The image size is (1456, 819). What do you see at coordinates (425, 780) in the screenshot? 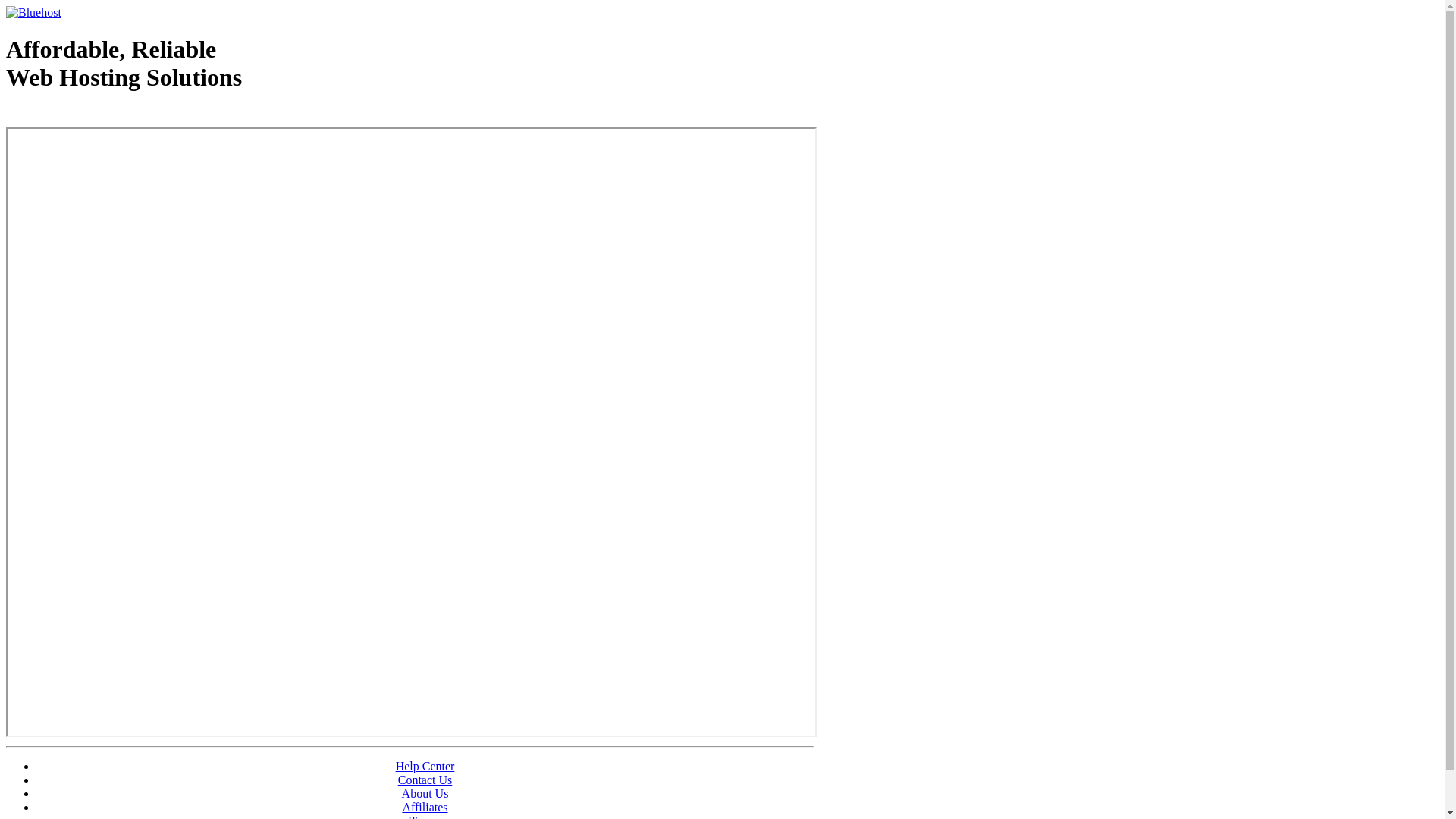
I see `'Contact Us'` at bounding box center [425, 780].